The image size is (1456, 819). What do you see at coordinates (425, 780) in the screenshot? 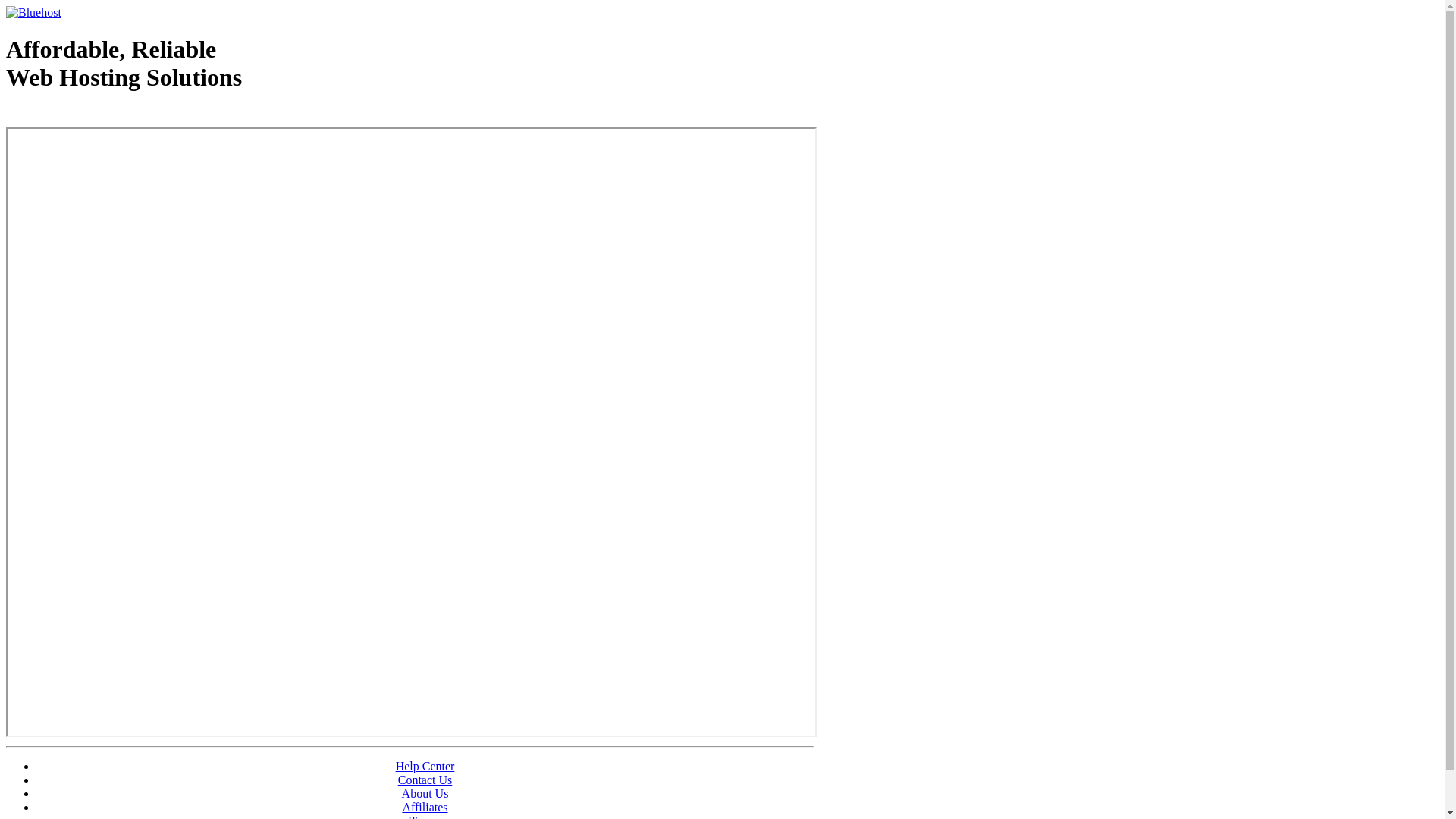
I see `'Contact Us'` at bounding box center [425, 780].